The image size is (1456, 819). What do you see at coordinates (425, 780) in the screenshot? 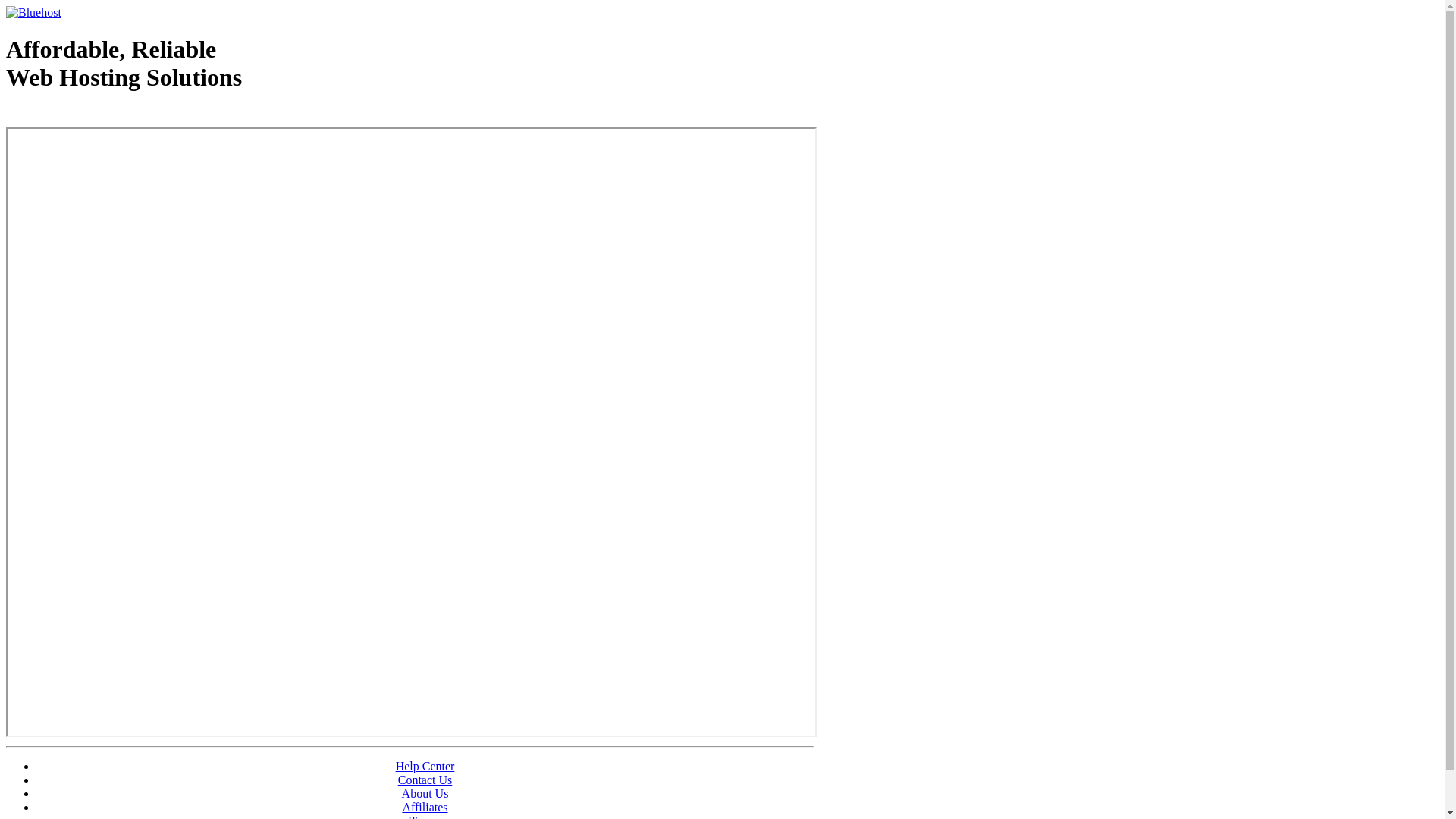
I see `'Contact Us'` at bounding box center [425, 780].